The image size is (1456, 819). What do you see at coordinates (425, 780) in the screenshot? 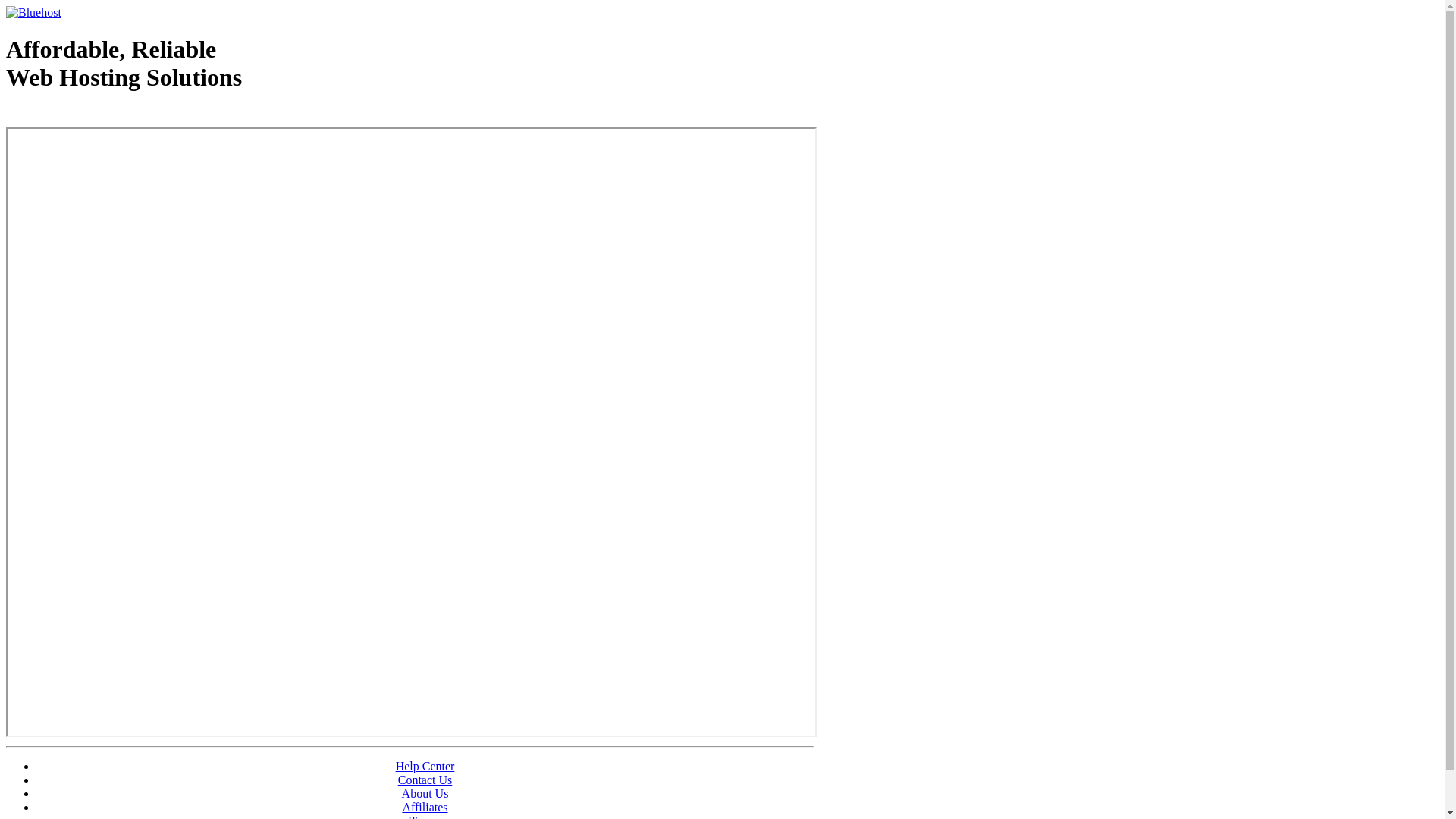
I see `'Contact Us'` at bounding box center [425, 780].